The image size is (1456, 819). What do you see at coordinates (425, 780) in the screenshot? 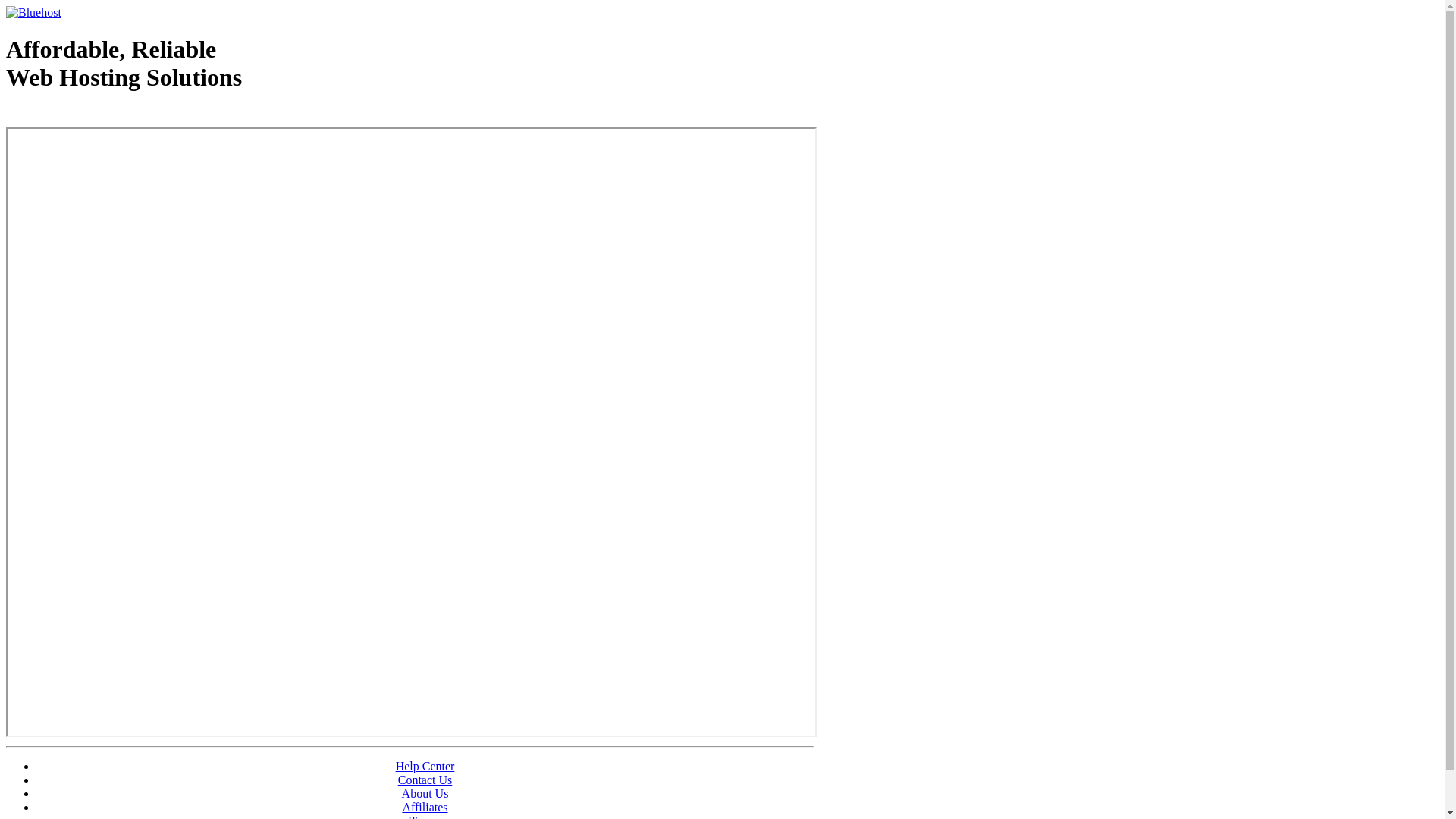
I see `'Contact Us'` at bounding box center [425, 780].